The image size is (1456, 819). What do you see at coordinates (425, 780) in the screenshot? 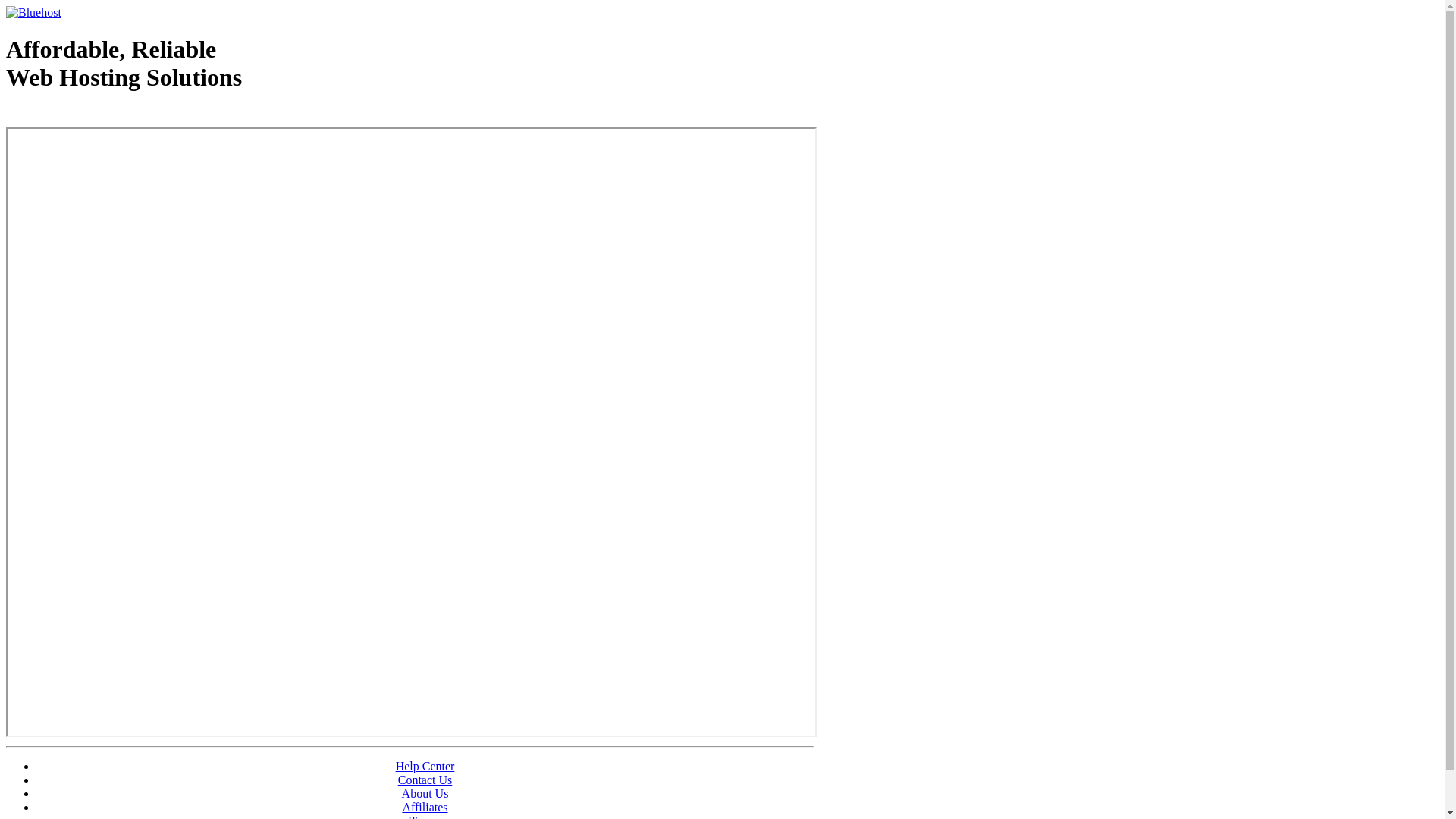
I see `'Contact Us'` at bounding box center [425, 780].